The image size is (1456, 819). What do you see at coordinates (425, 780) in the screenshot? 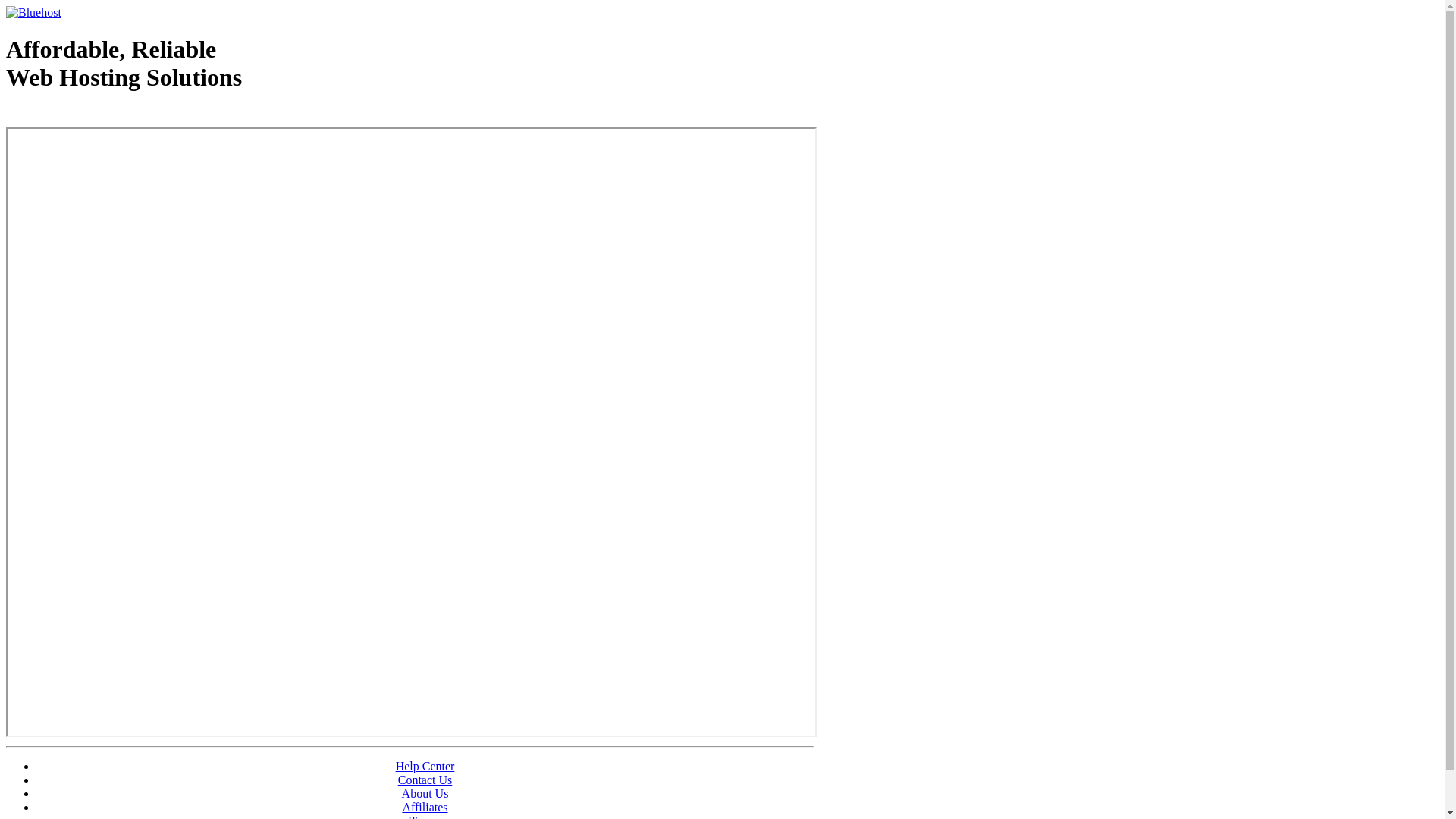
I see `'Contact Us'` at bounding box center [425, 780].